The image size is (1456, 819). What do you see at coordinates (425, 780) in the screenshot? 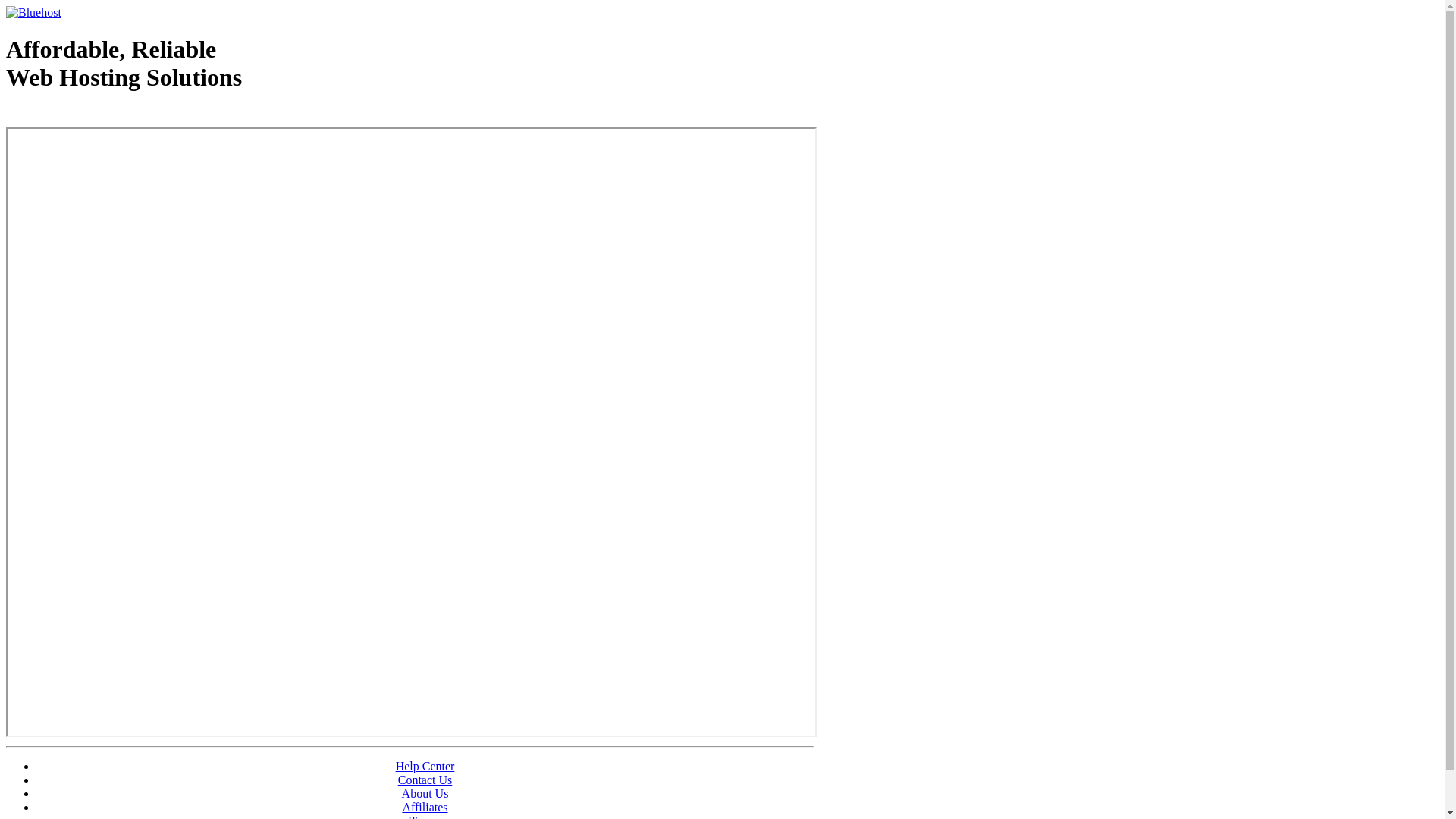
I see `'Contact Us'` at bounding box center [425, 780].